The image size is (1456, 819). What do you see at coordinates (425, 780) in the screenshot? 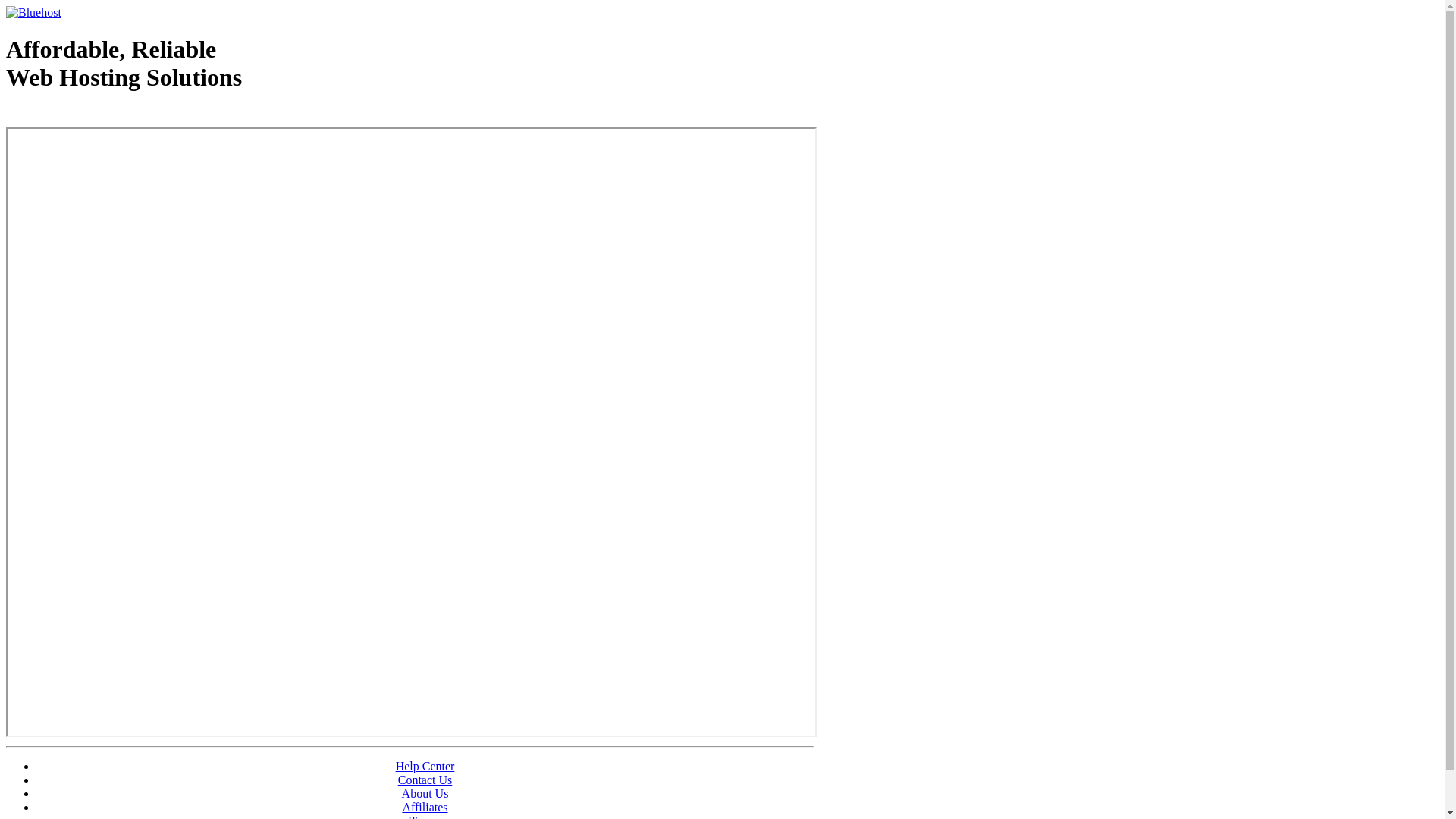
I see `'Contact Us'` at bounding box center [425, 780].